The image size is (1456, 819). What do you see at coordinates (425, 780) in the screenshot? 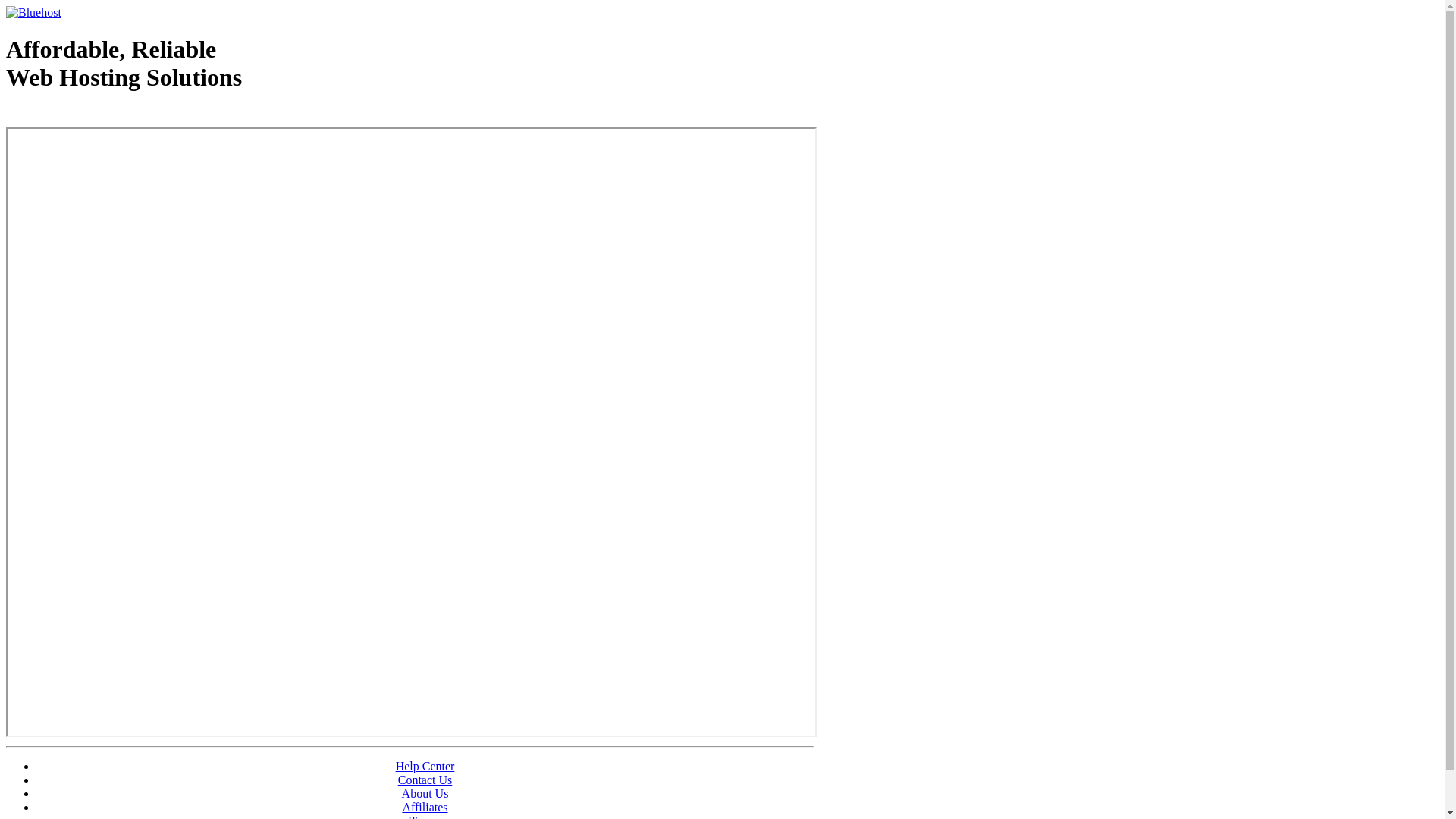
I see `'Contact Us'` at bounding box center [425, 780].